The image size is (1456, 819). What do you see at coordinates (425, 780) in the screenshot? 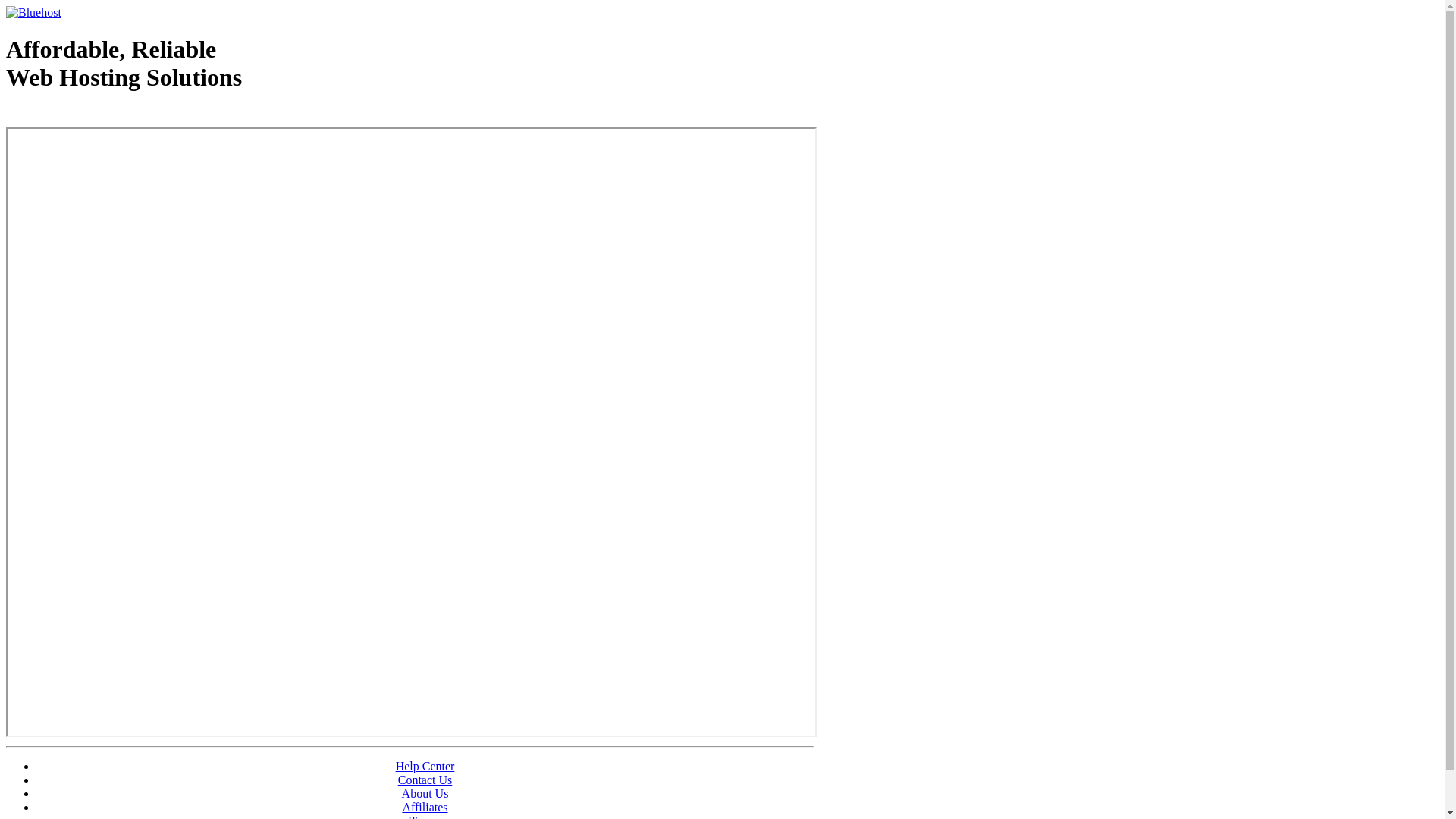
I see `'Contact Us'` at bounding box center [425, 780].